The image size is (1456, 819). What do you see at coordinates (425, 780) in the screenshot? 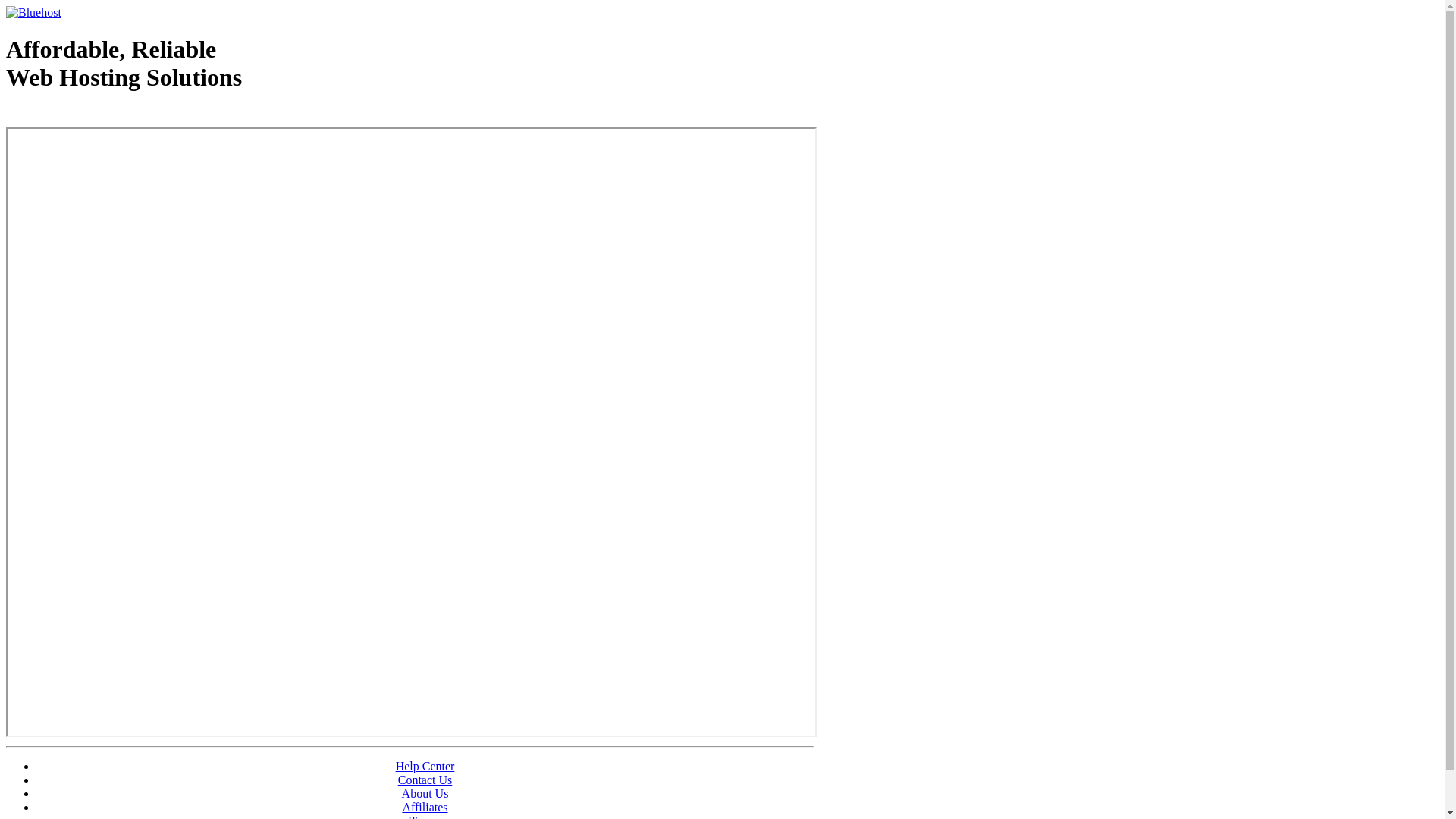
I see `'Contact Us'` at bounding box center [425, 780].